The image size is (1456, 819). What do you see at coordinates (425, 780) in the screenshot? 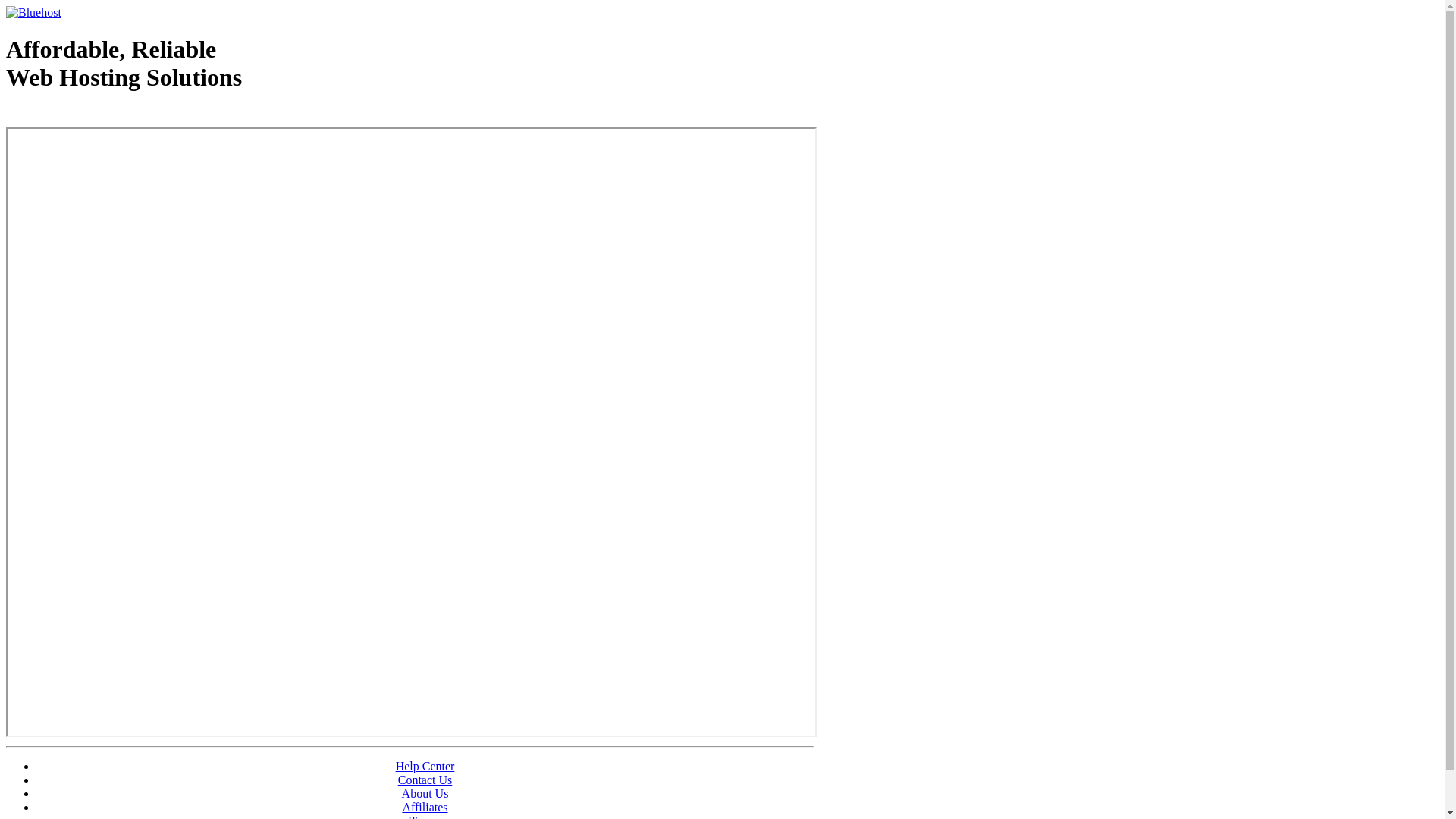
I see `'Contact Us'` at bounding box center [425, 780].